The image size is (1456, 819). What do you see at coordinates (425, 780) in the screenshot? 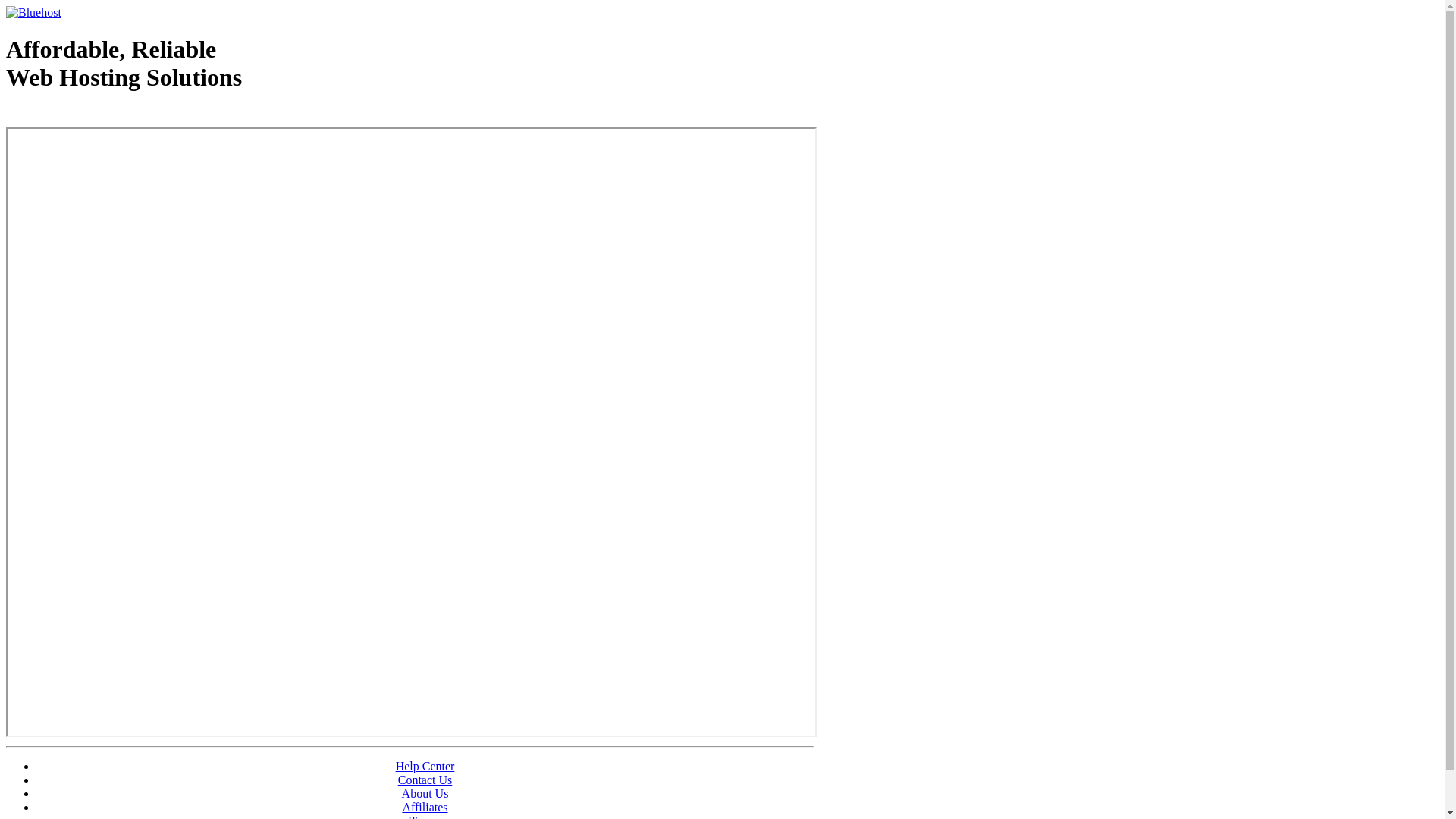
I see `'Contact Us'` at bounding box center [425, 780].